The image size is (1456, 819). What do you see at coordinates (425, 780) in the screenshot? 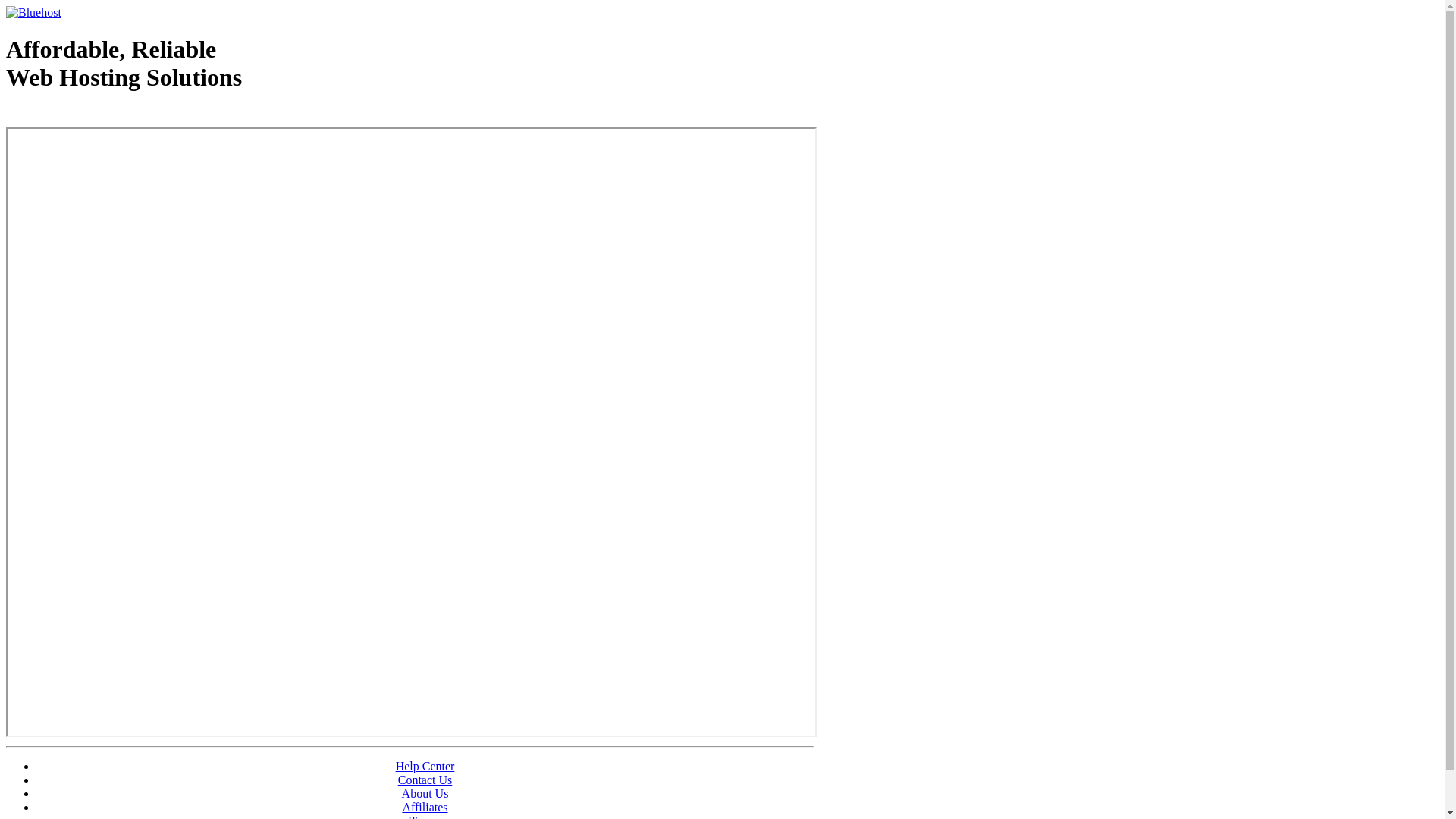
I see `'Contact Us'` at bounding box center [425, 780].